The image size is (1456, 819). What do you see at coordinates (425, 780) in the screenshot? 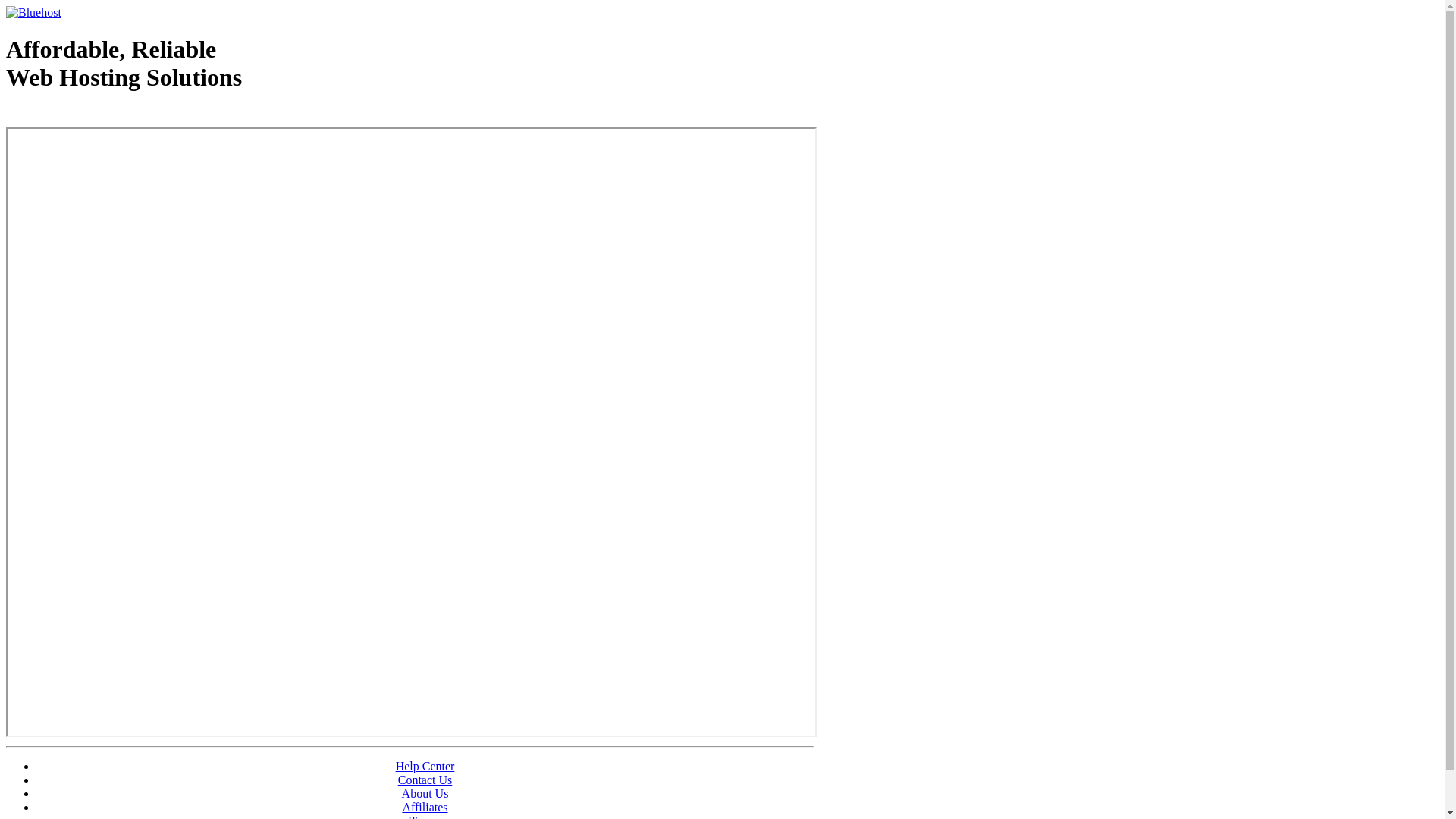
I see `'Contact Us'` at bounding box center [425, 780].